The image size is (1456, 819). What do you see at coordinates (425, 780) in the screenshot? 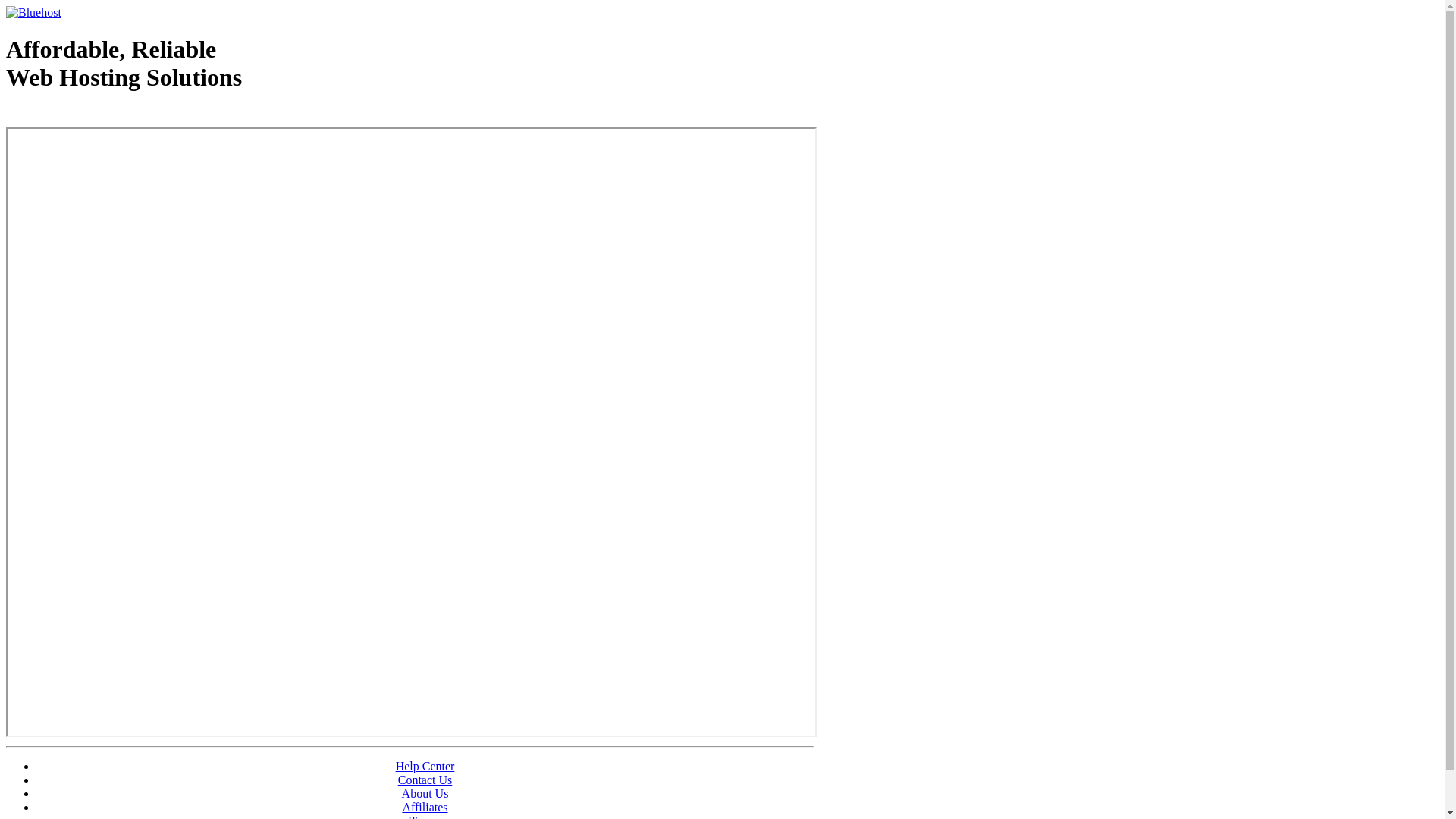
I see `'Contact Us'` at bounding box center [425, 780].